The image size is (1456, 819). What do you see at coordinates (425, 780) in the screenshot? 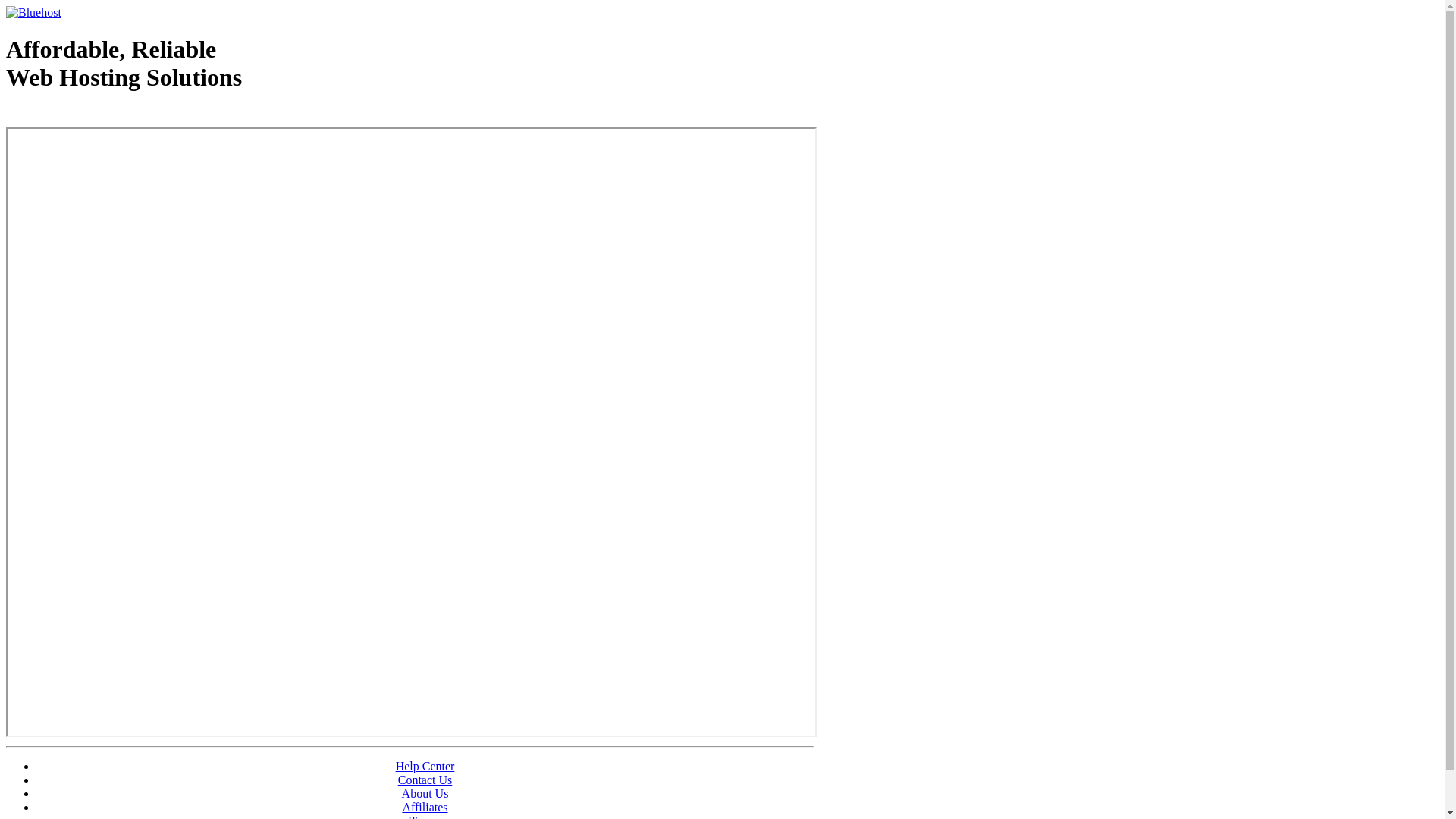
I see `'Contact Us'` at bounding box center [425, 780].